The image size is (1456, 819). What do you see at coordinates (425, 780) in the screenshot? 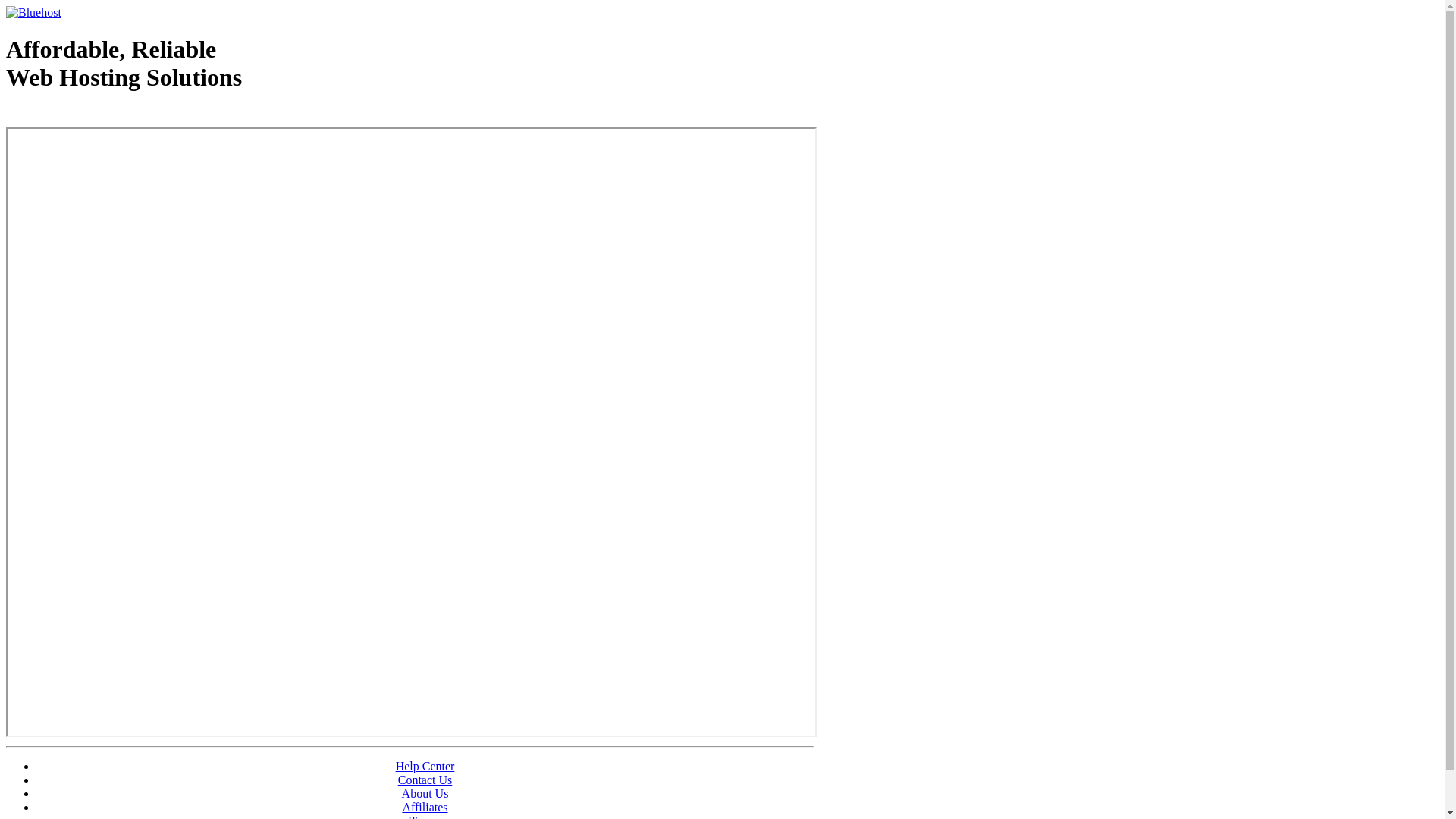
I see `'Contact Us'` at bounding box center [425, 780].